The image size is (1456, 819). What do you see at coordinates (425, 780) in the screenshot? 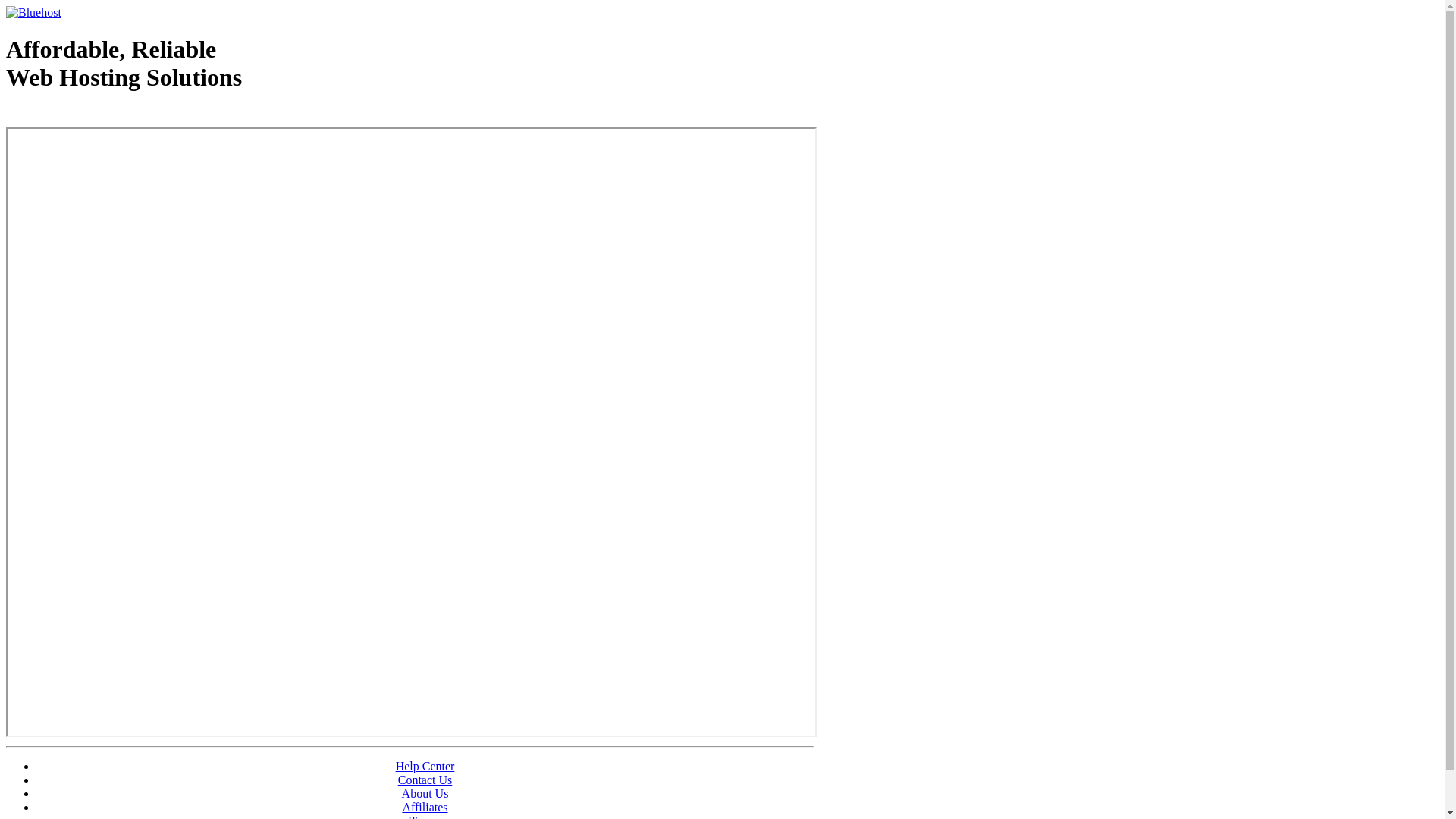
I see `'Contact Us'` at bounding box center [425, 780].